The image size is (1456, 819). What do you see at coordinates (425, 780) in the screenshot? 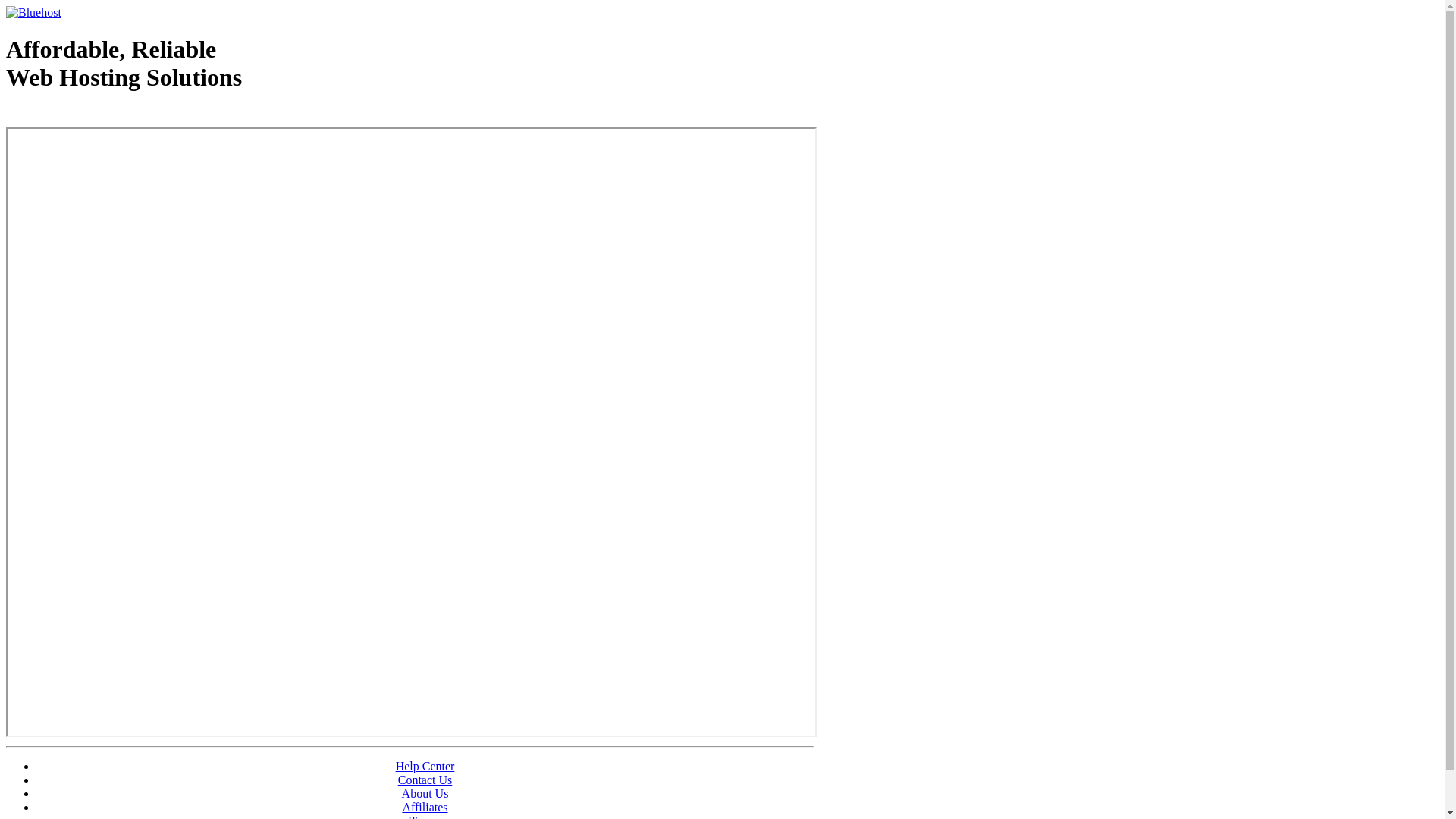
I see `'Contact Us'` at bounding box center [425, 780].